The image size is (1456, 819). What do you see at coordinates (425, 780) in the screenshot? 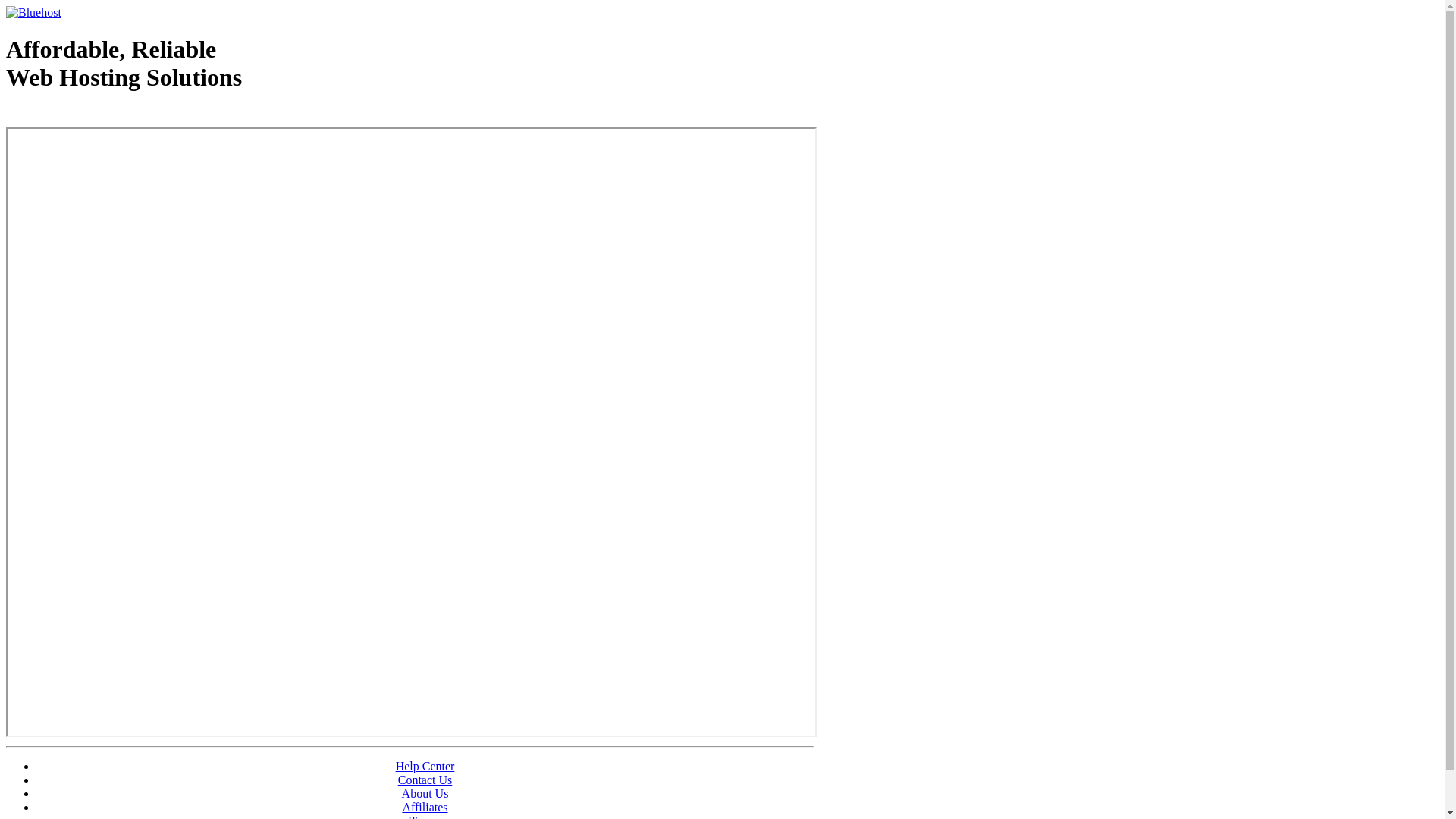
I see `'Contact Us'` at bounding box center [425, 780].